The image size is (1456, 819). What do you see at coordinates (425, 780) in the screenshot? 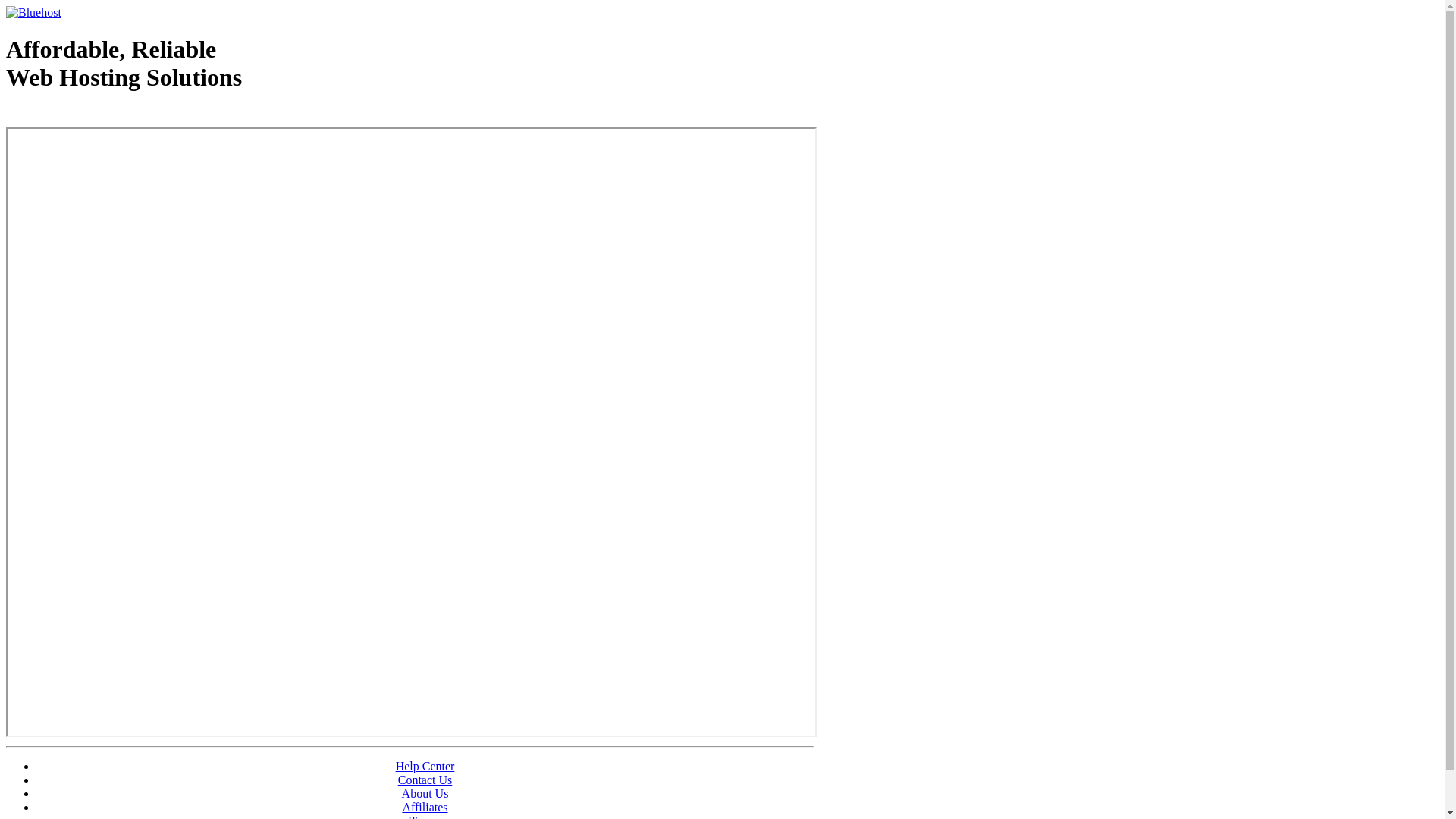
I see `'Contact Us'` at bounding box center [425, 780].